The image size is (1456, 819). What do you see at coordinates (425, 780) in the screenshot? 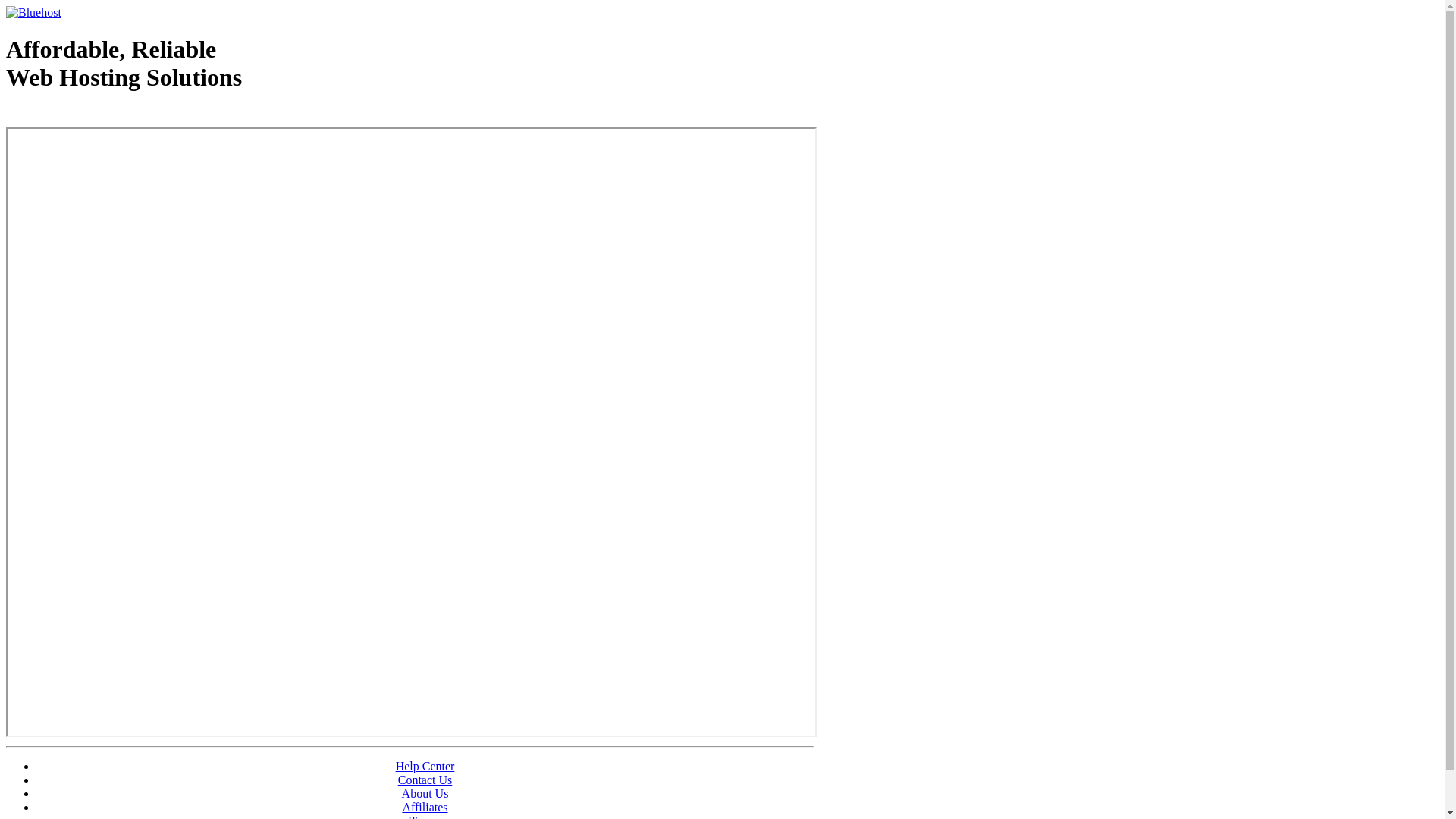
I see `'Contact Us'` at bounding box center [425, 780].